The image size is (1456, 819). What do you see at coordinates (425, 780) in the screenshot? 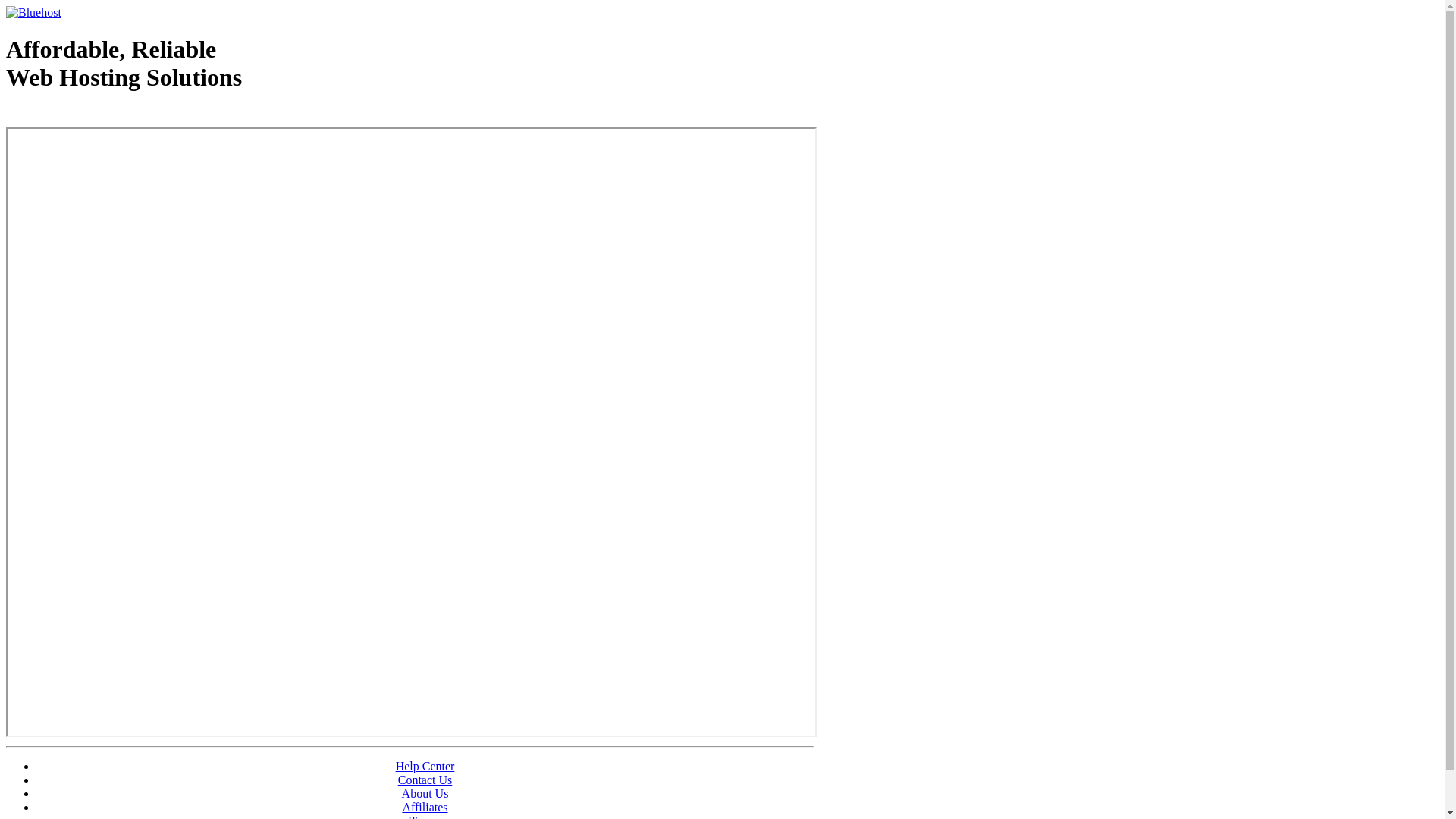
I see `'Contact Us'` at bounding box center [425, 780].